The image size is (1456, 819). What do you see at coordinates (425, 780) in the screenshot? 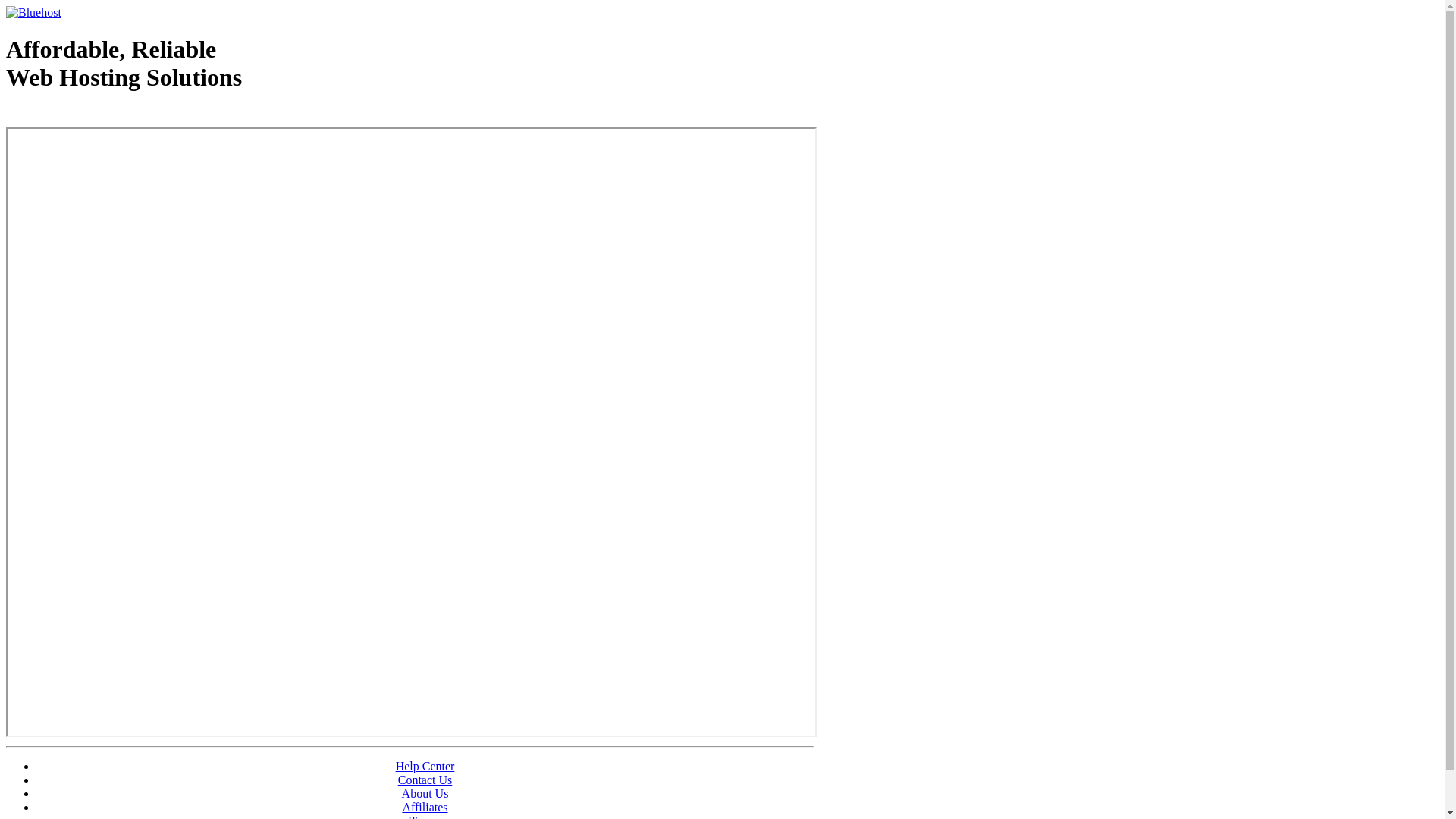
I see `'Contact Us'` at bounding box center [425, 780].